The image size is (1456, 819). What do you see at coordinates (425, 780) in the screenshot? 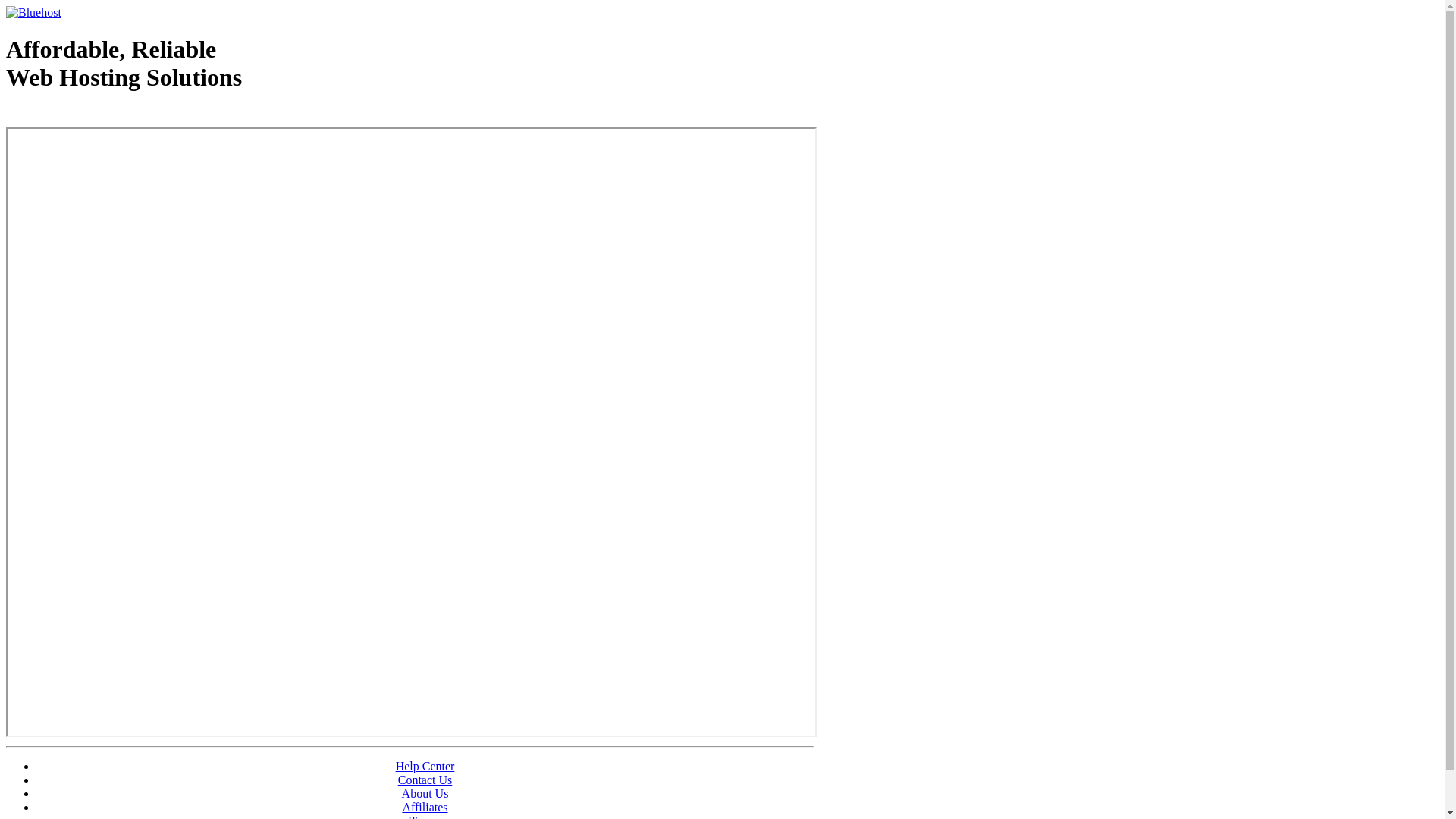
I see `'Contact Us'` at bounding box center [425, 780].